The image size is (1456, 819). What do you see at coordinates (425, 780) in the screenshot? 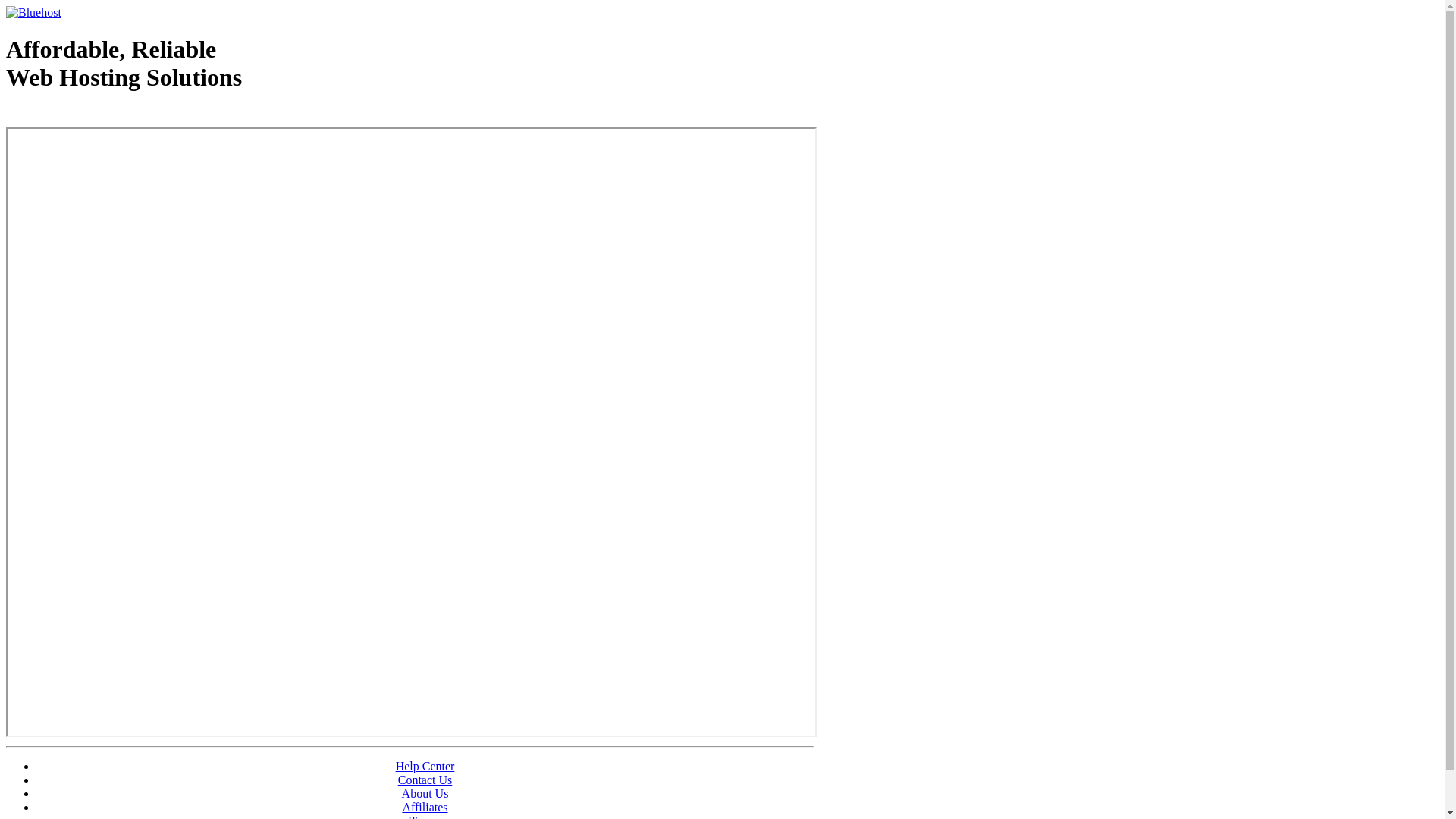
I see `'Contact Us'` at bounding box center [425, 780].